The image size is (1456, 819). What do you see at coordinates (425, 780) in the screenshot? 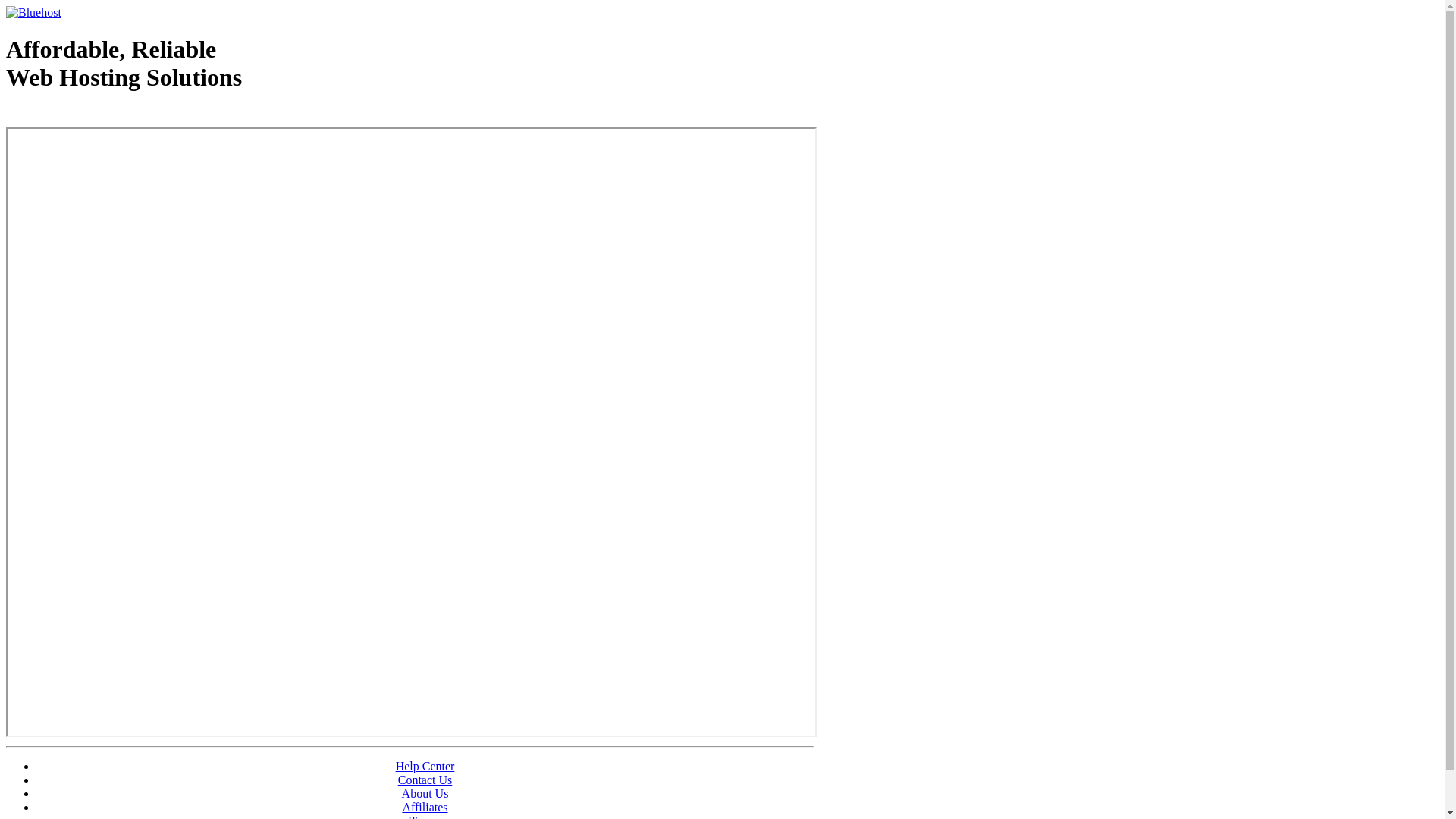
I see `'Contact Us'` at bounding box center [425, 780].